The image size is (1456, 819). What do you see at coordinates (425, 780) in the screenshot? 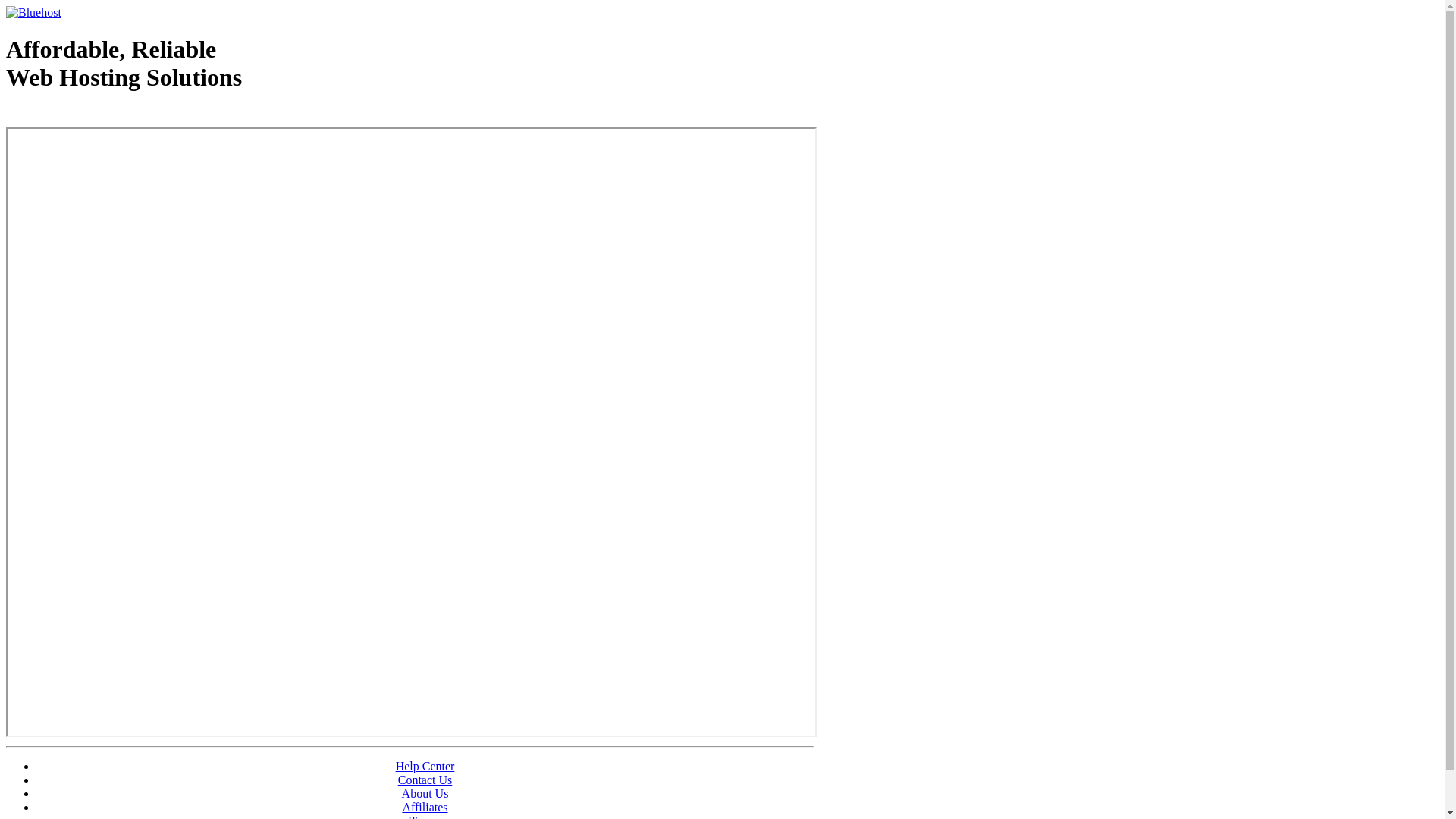
I see `'Contact Us'` at bounding box center [425, 780].